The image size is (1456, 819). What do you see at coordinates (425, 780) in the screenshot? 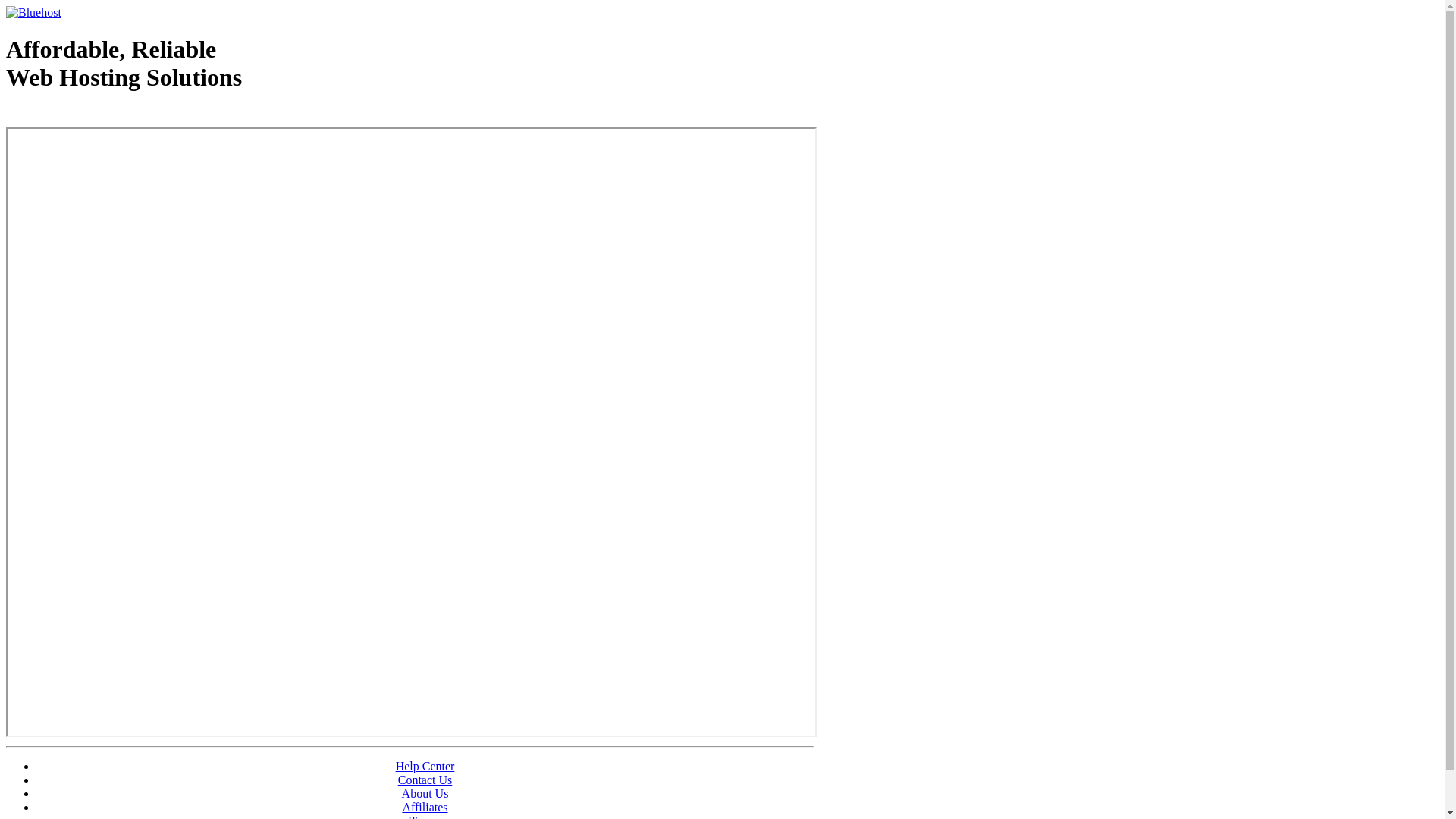
I see `'Contact Us'` at bounding box center [425, 780].